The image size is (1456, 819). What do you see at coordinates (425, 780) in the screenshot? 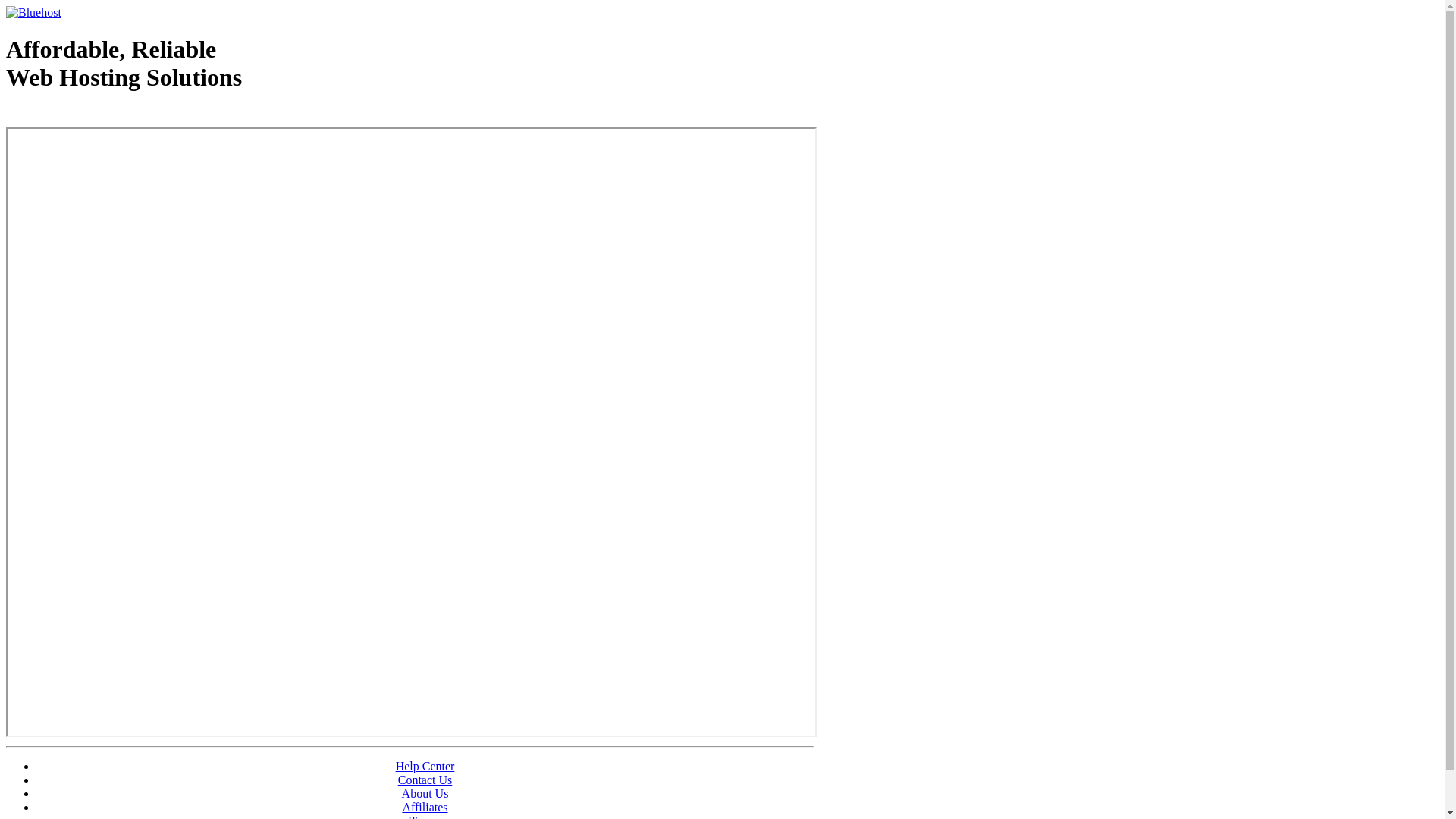
I see `'Contact Us'` at bounding box center [425, 780].